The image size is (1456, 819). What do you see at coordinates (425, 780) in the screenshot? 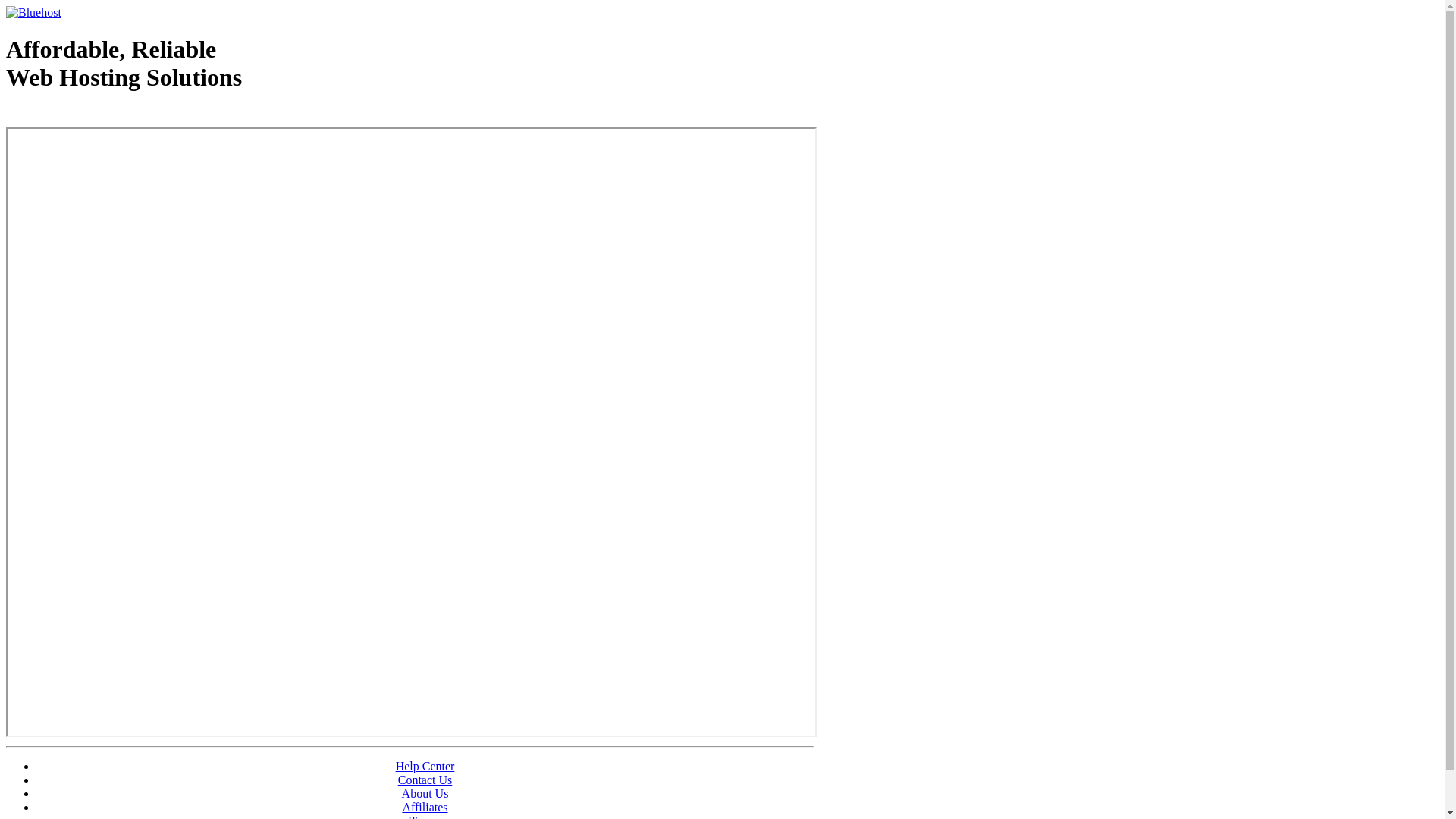
I see `'Contact Us'` at bounding box center [425, 780].